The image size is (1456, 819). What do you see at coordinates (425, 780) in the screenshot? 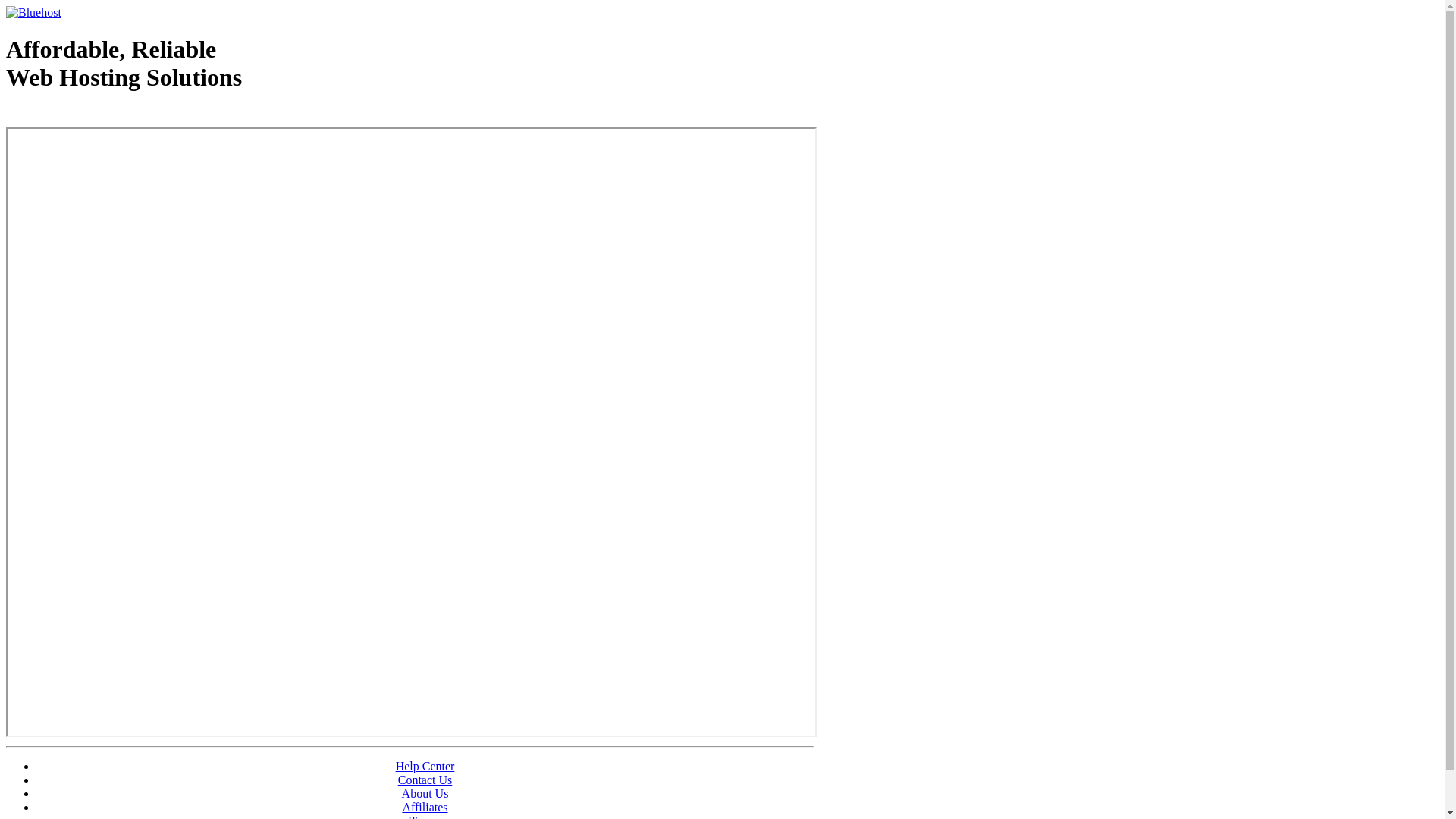
I see `'Contact Us'` at bounding box center [425, 780].